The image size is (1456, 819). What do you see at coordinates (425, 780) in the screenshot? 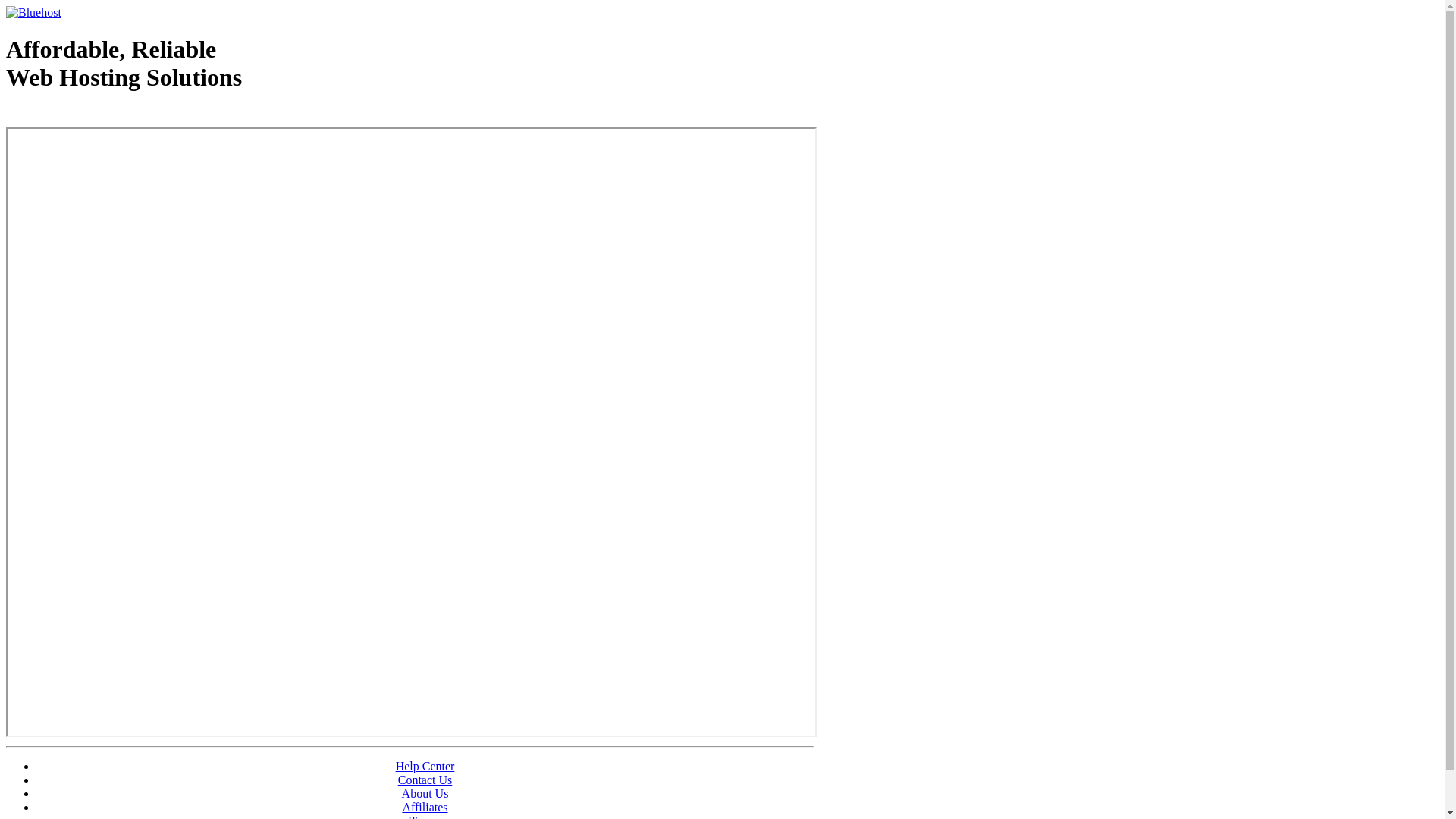
I see `'Contact Us'` at bounding box center [425, 780].